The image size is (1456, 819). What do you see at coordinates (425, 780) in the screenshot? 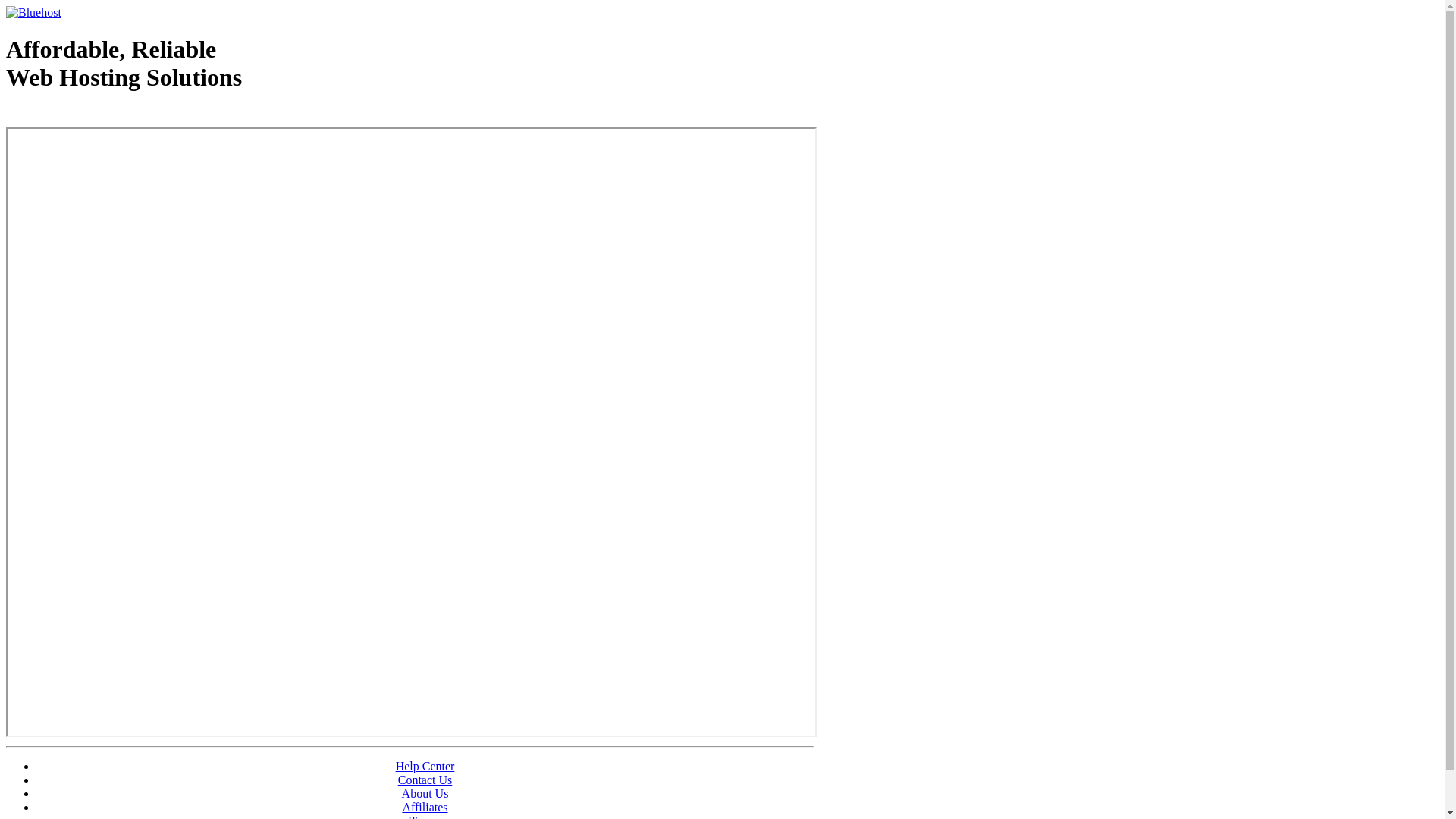
I see `'Contact Us'` at bounding box center [425, 780].